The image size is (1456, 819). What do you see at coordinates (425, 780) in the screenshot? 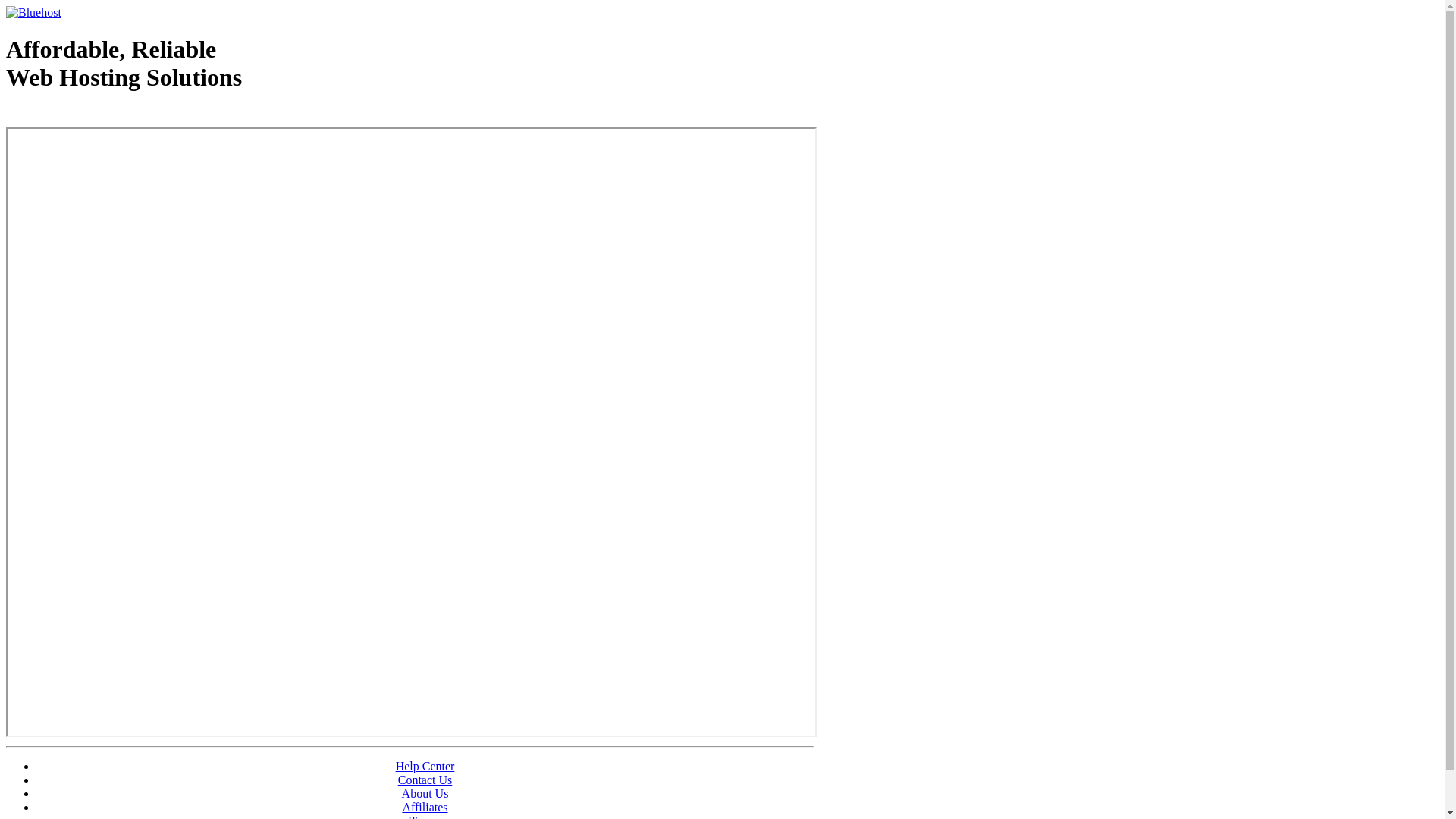
I see `'Contact Us'` at bounding box center [425, 780].